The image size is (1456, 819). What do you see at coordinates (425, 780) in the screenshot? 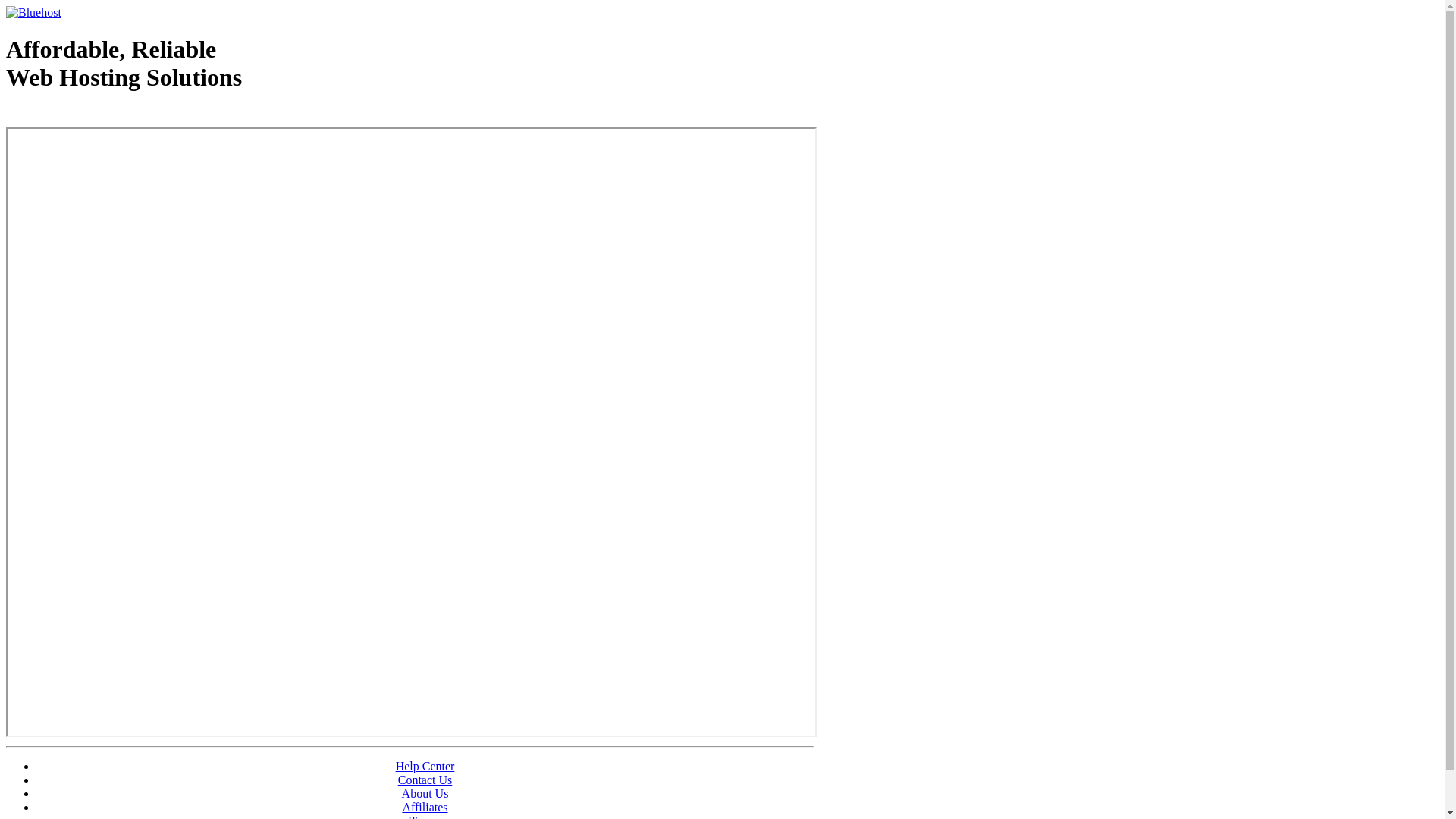
I see `'Contact Us'` at bounding box center [425, 780].